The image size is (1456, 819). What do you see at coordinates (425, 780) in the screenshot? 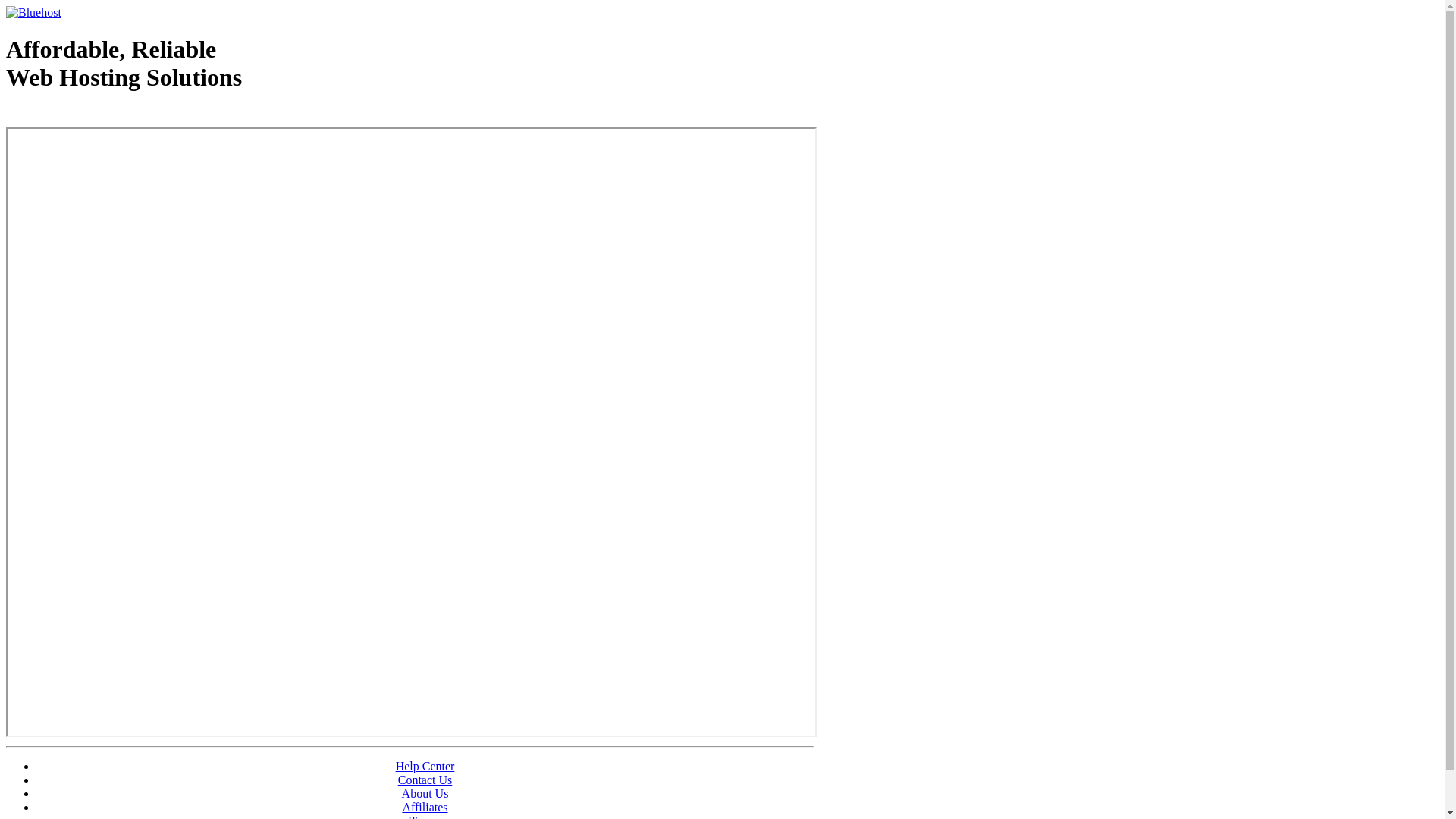
I see `'Contact Us'` at bounding box center [425, 780].